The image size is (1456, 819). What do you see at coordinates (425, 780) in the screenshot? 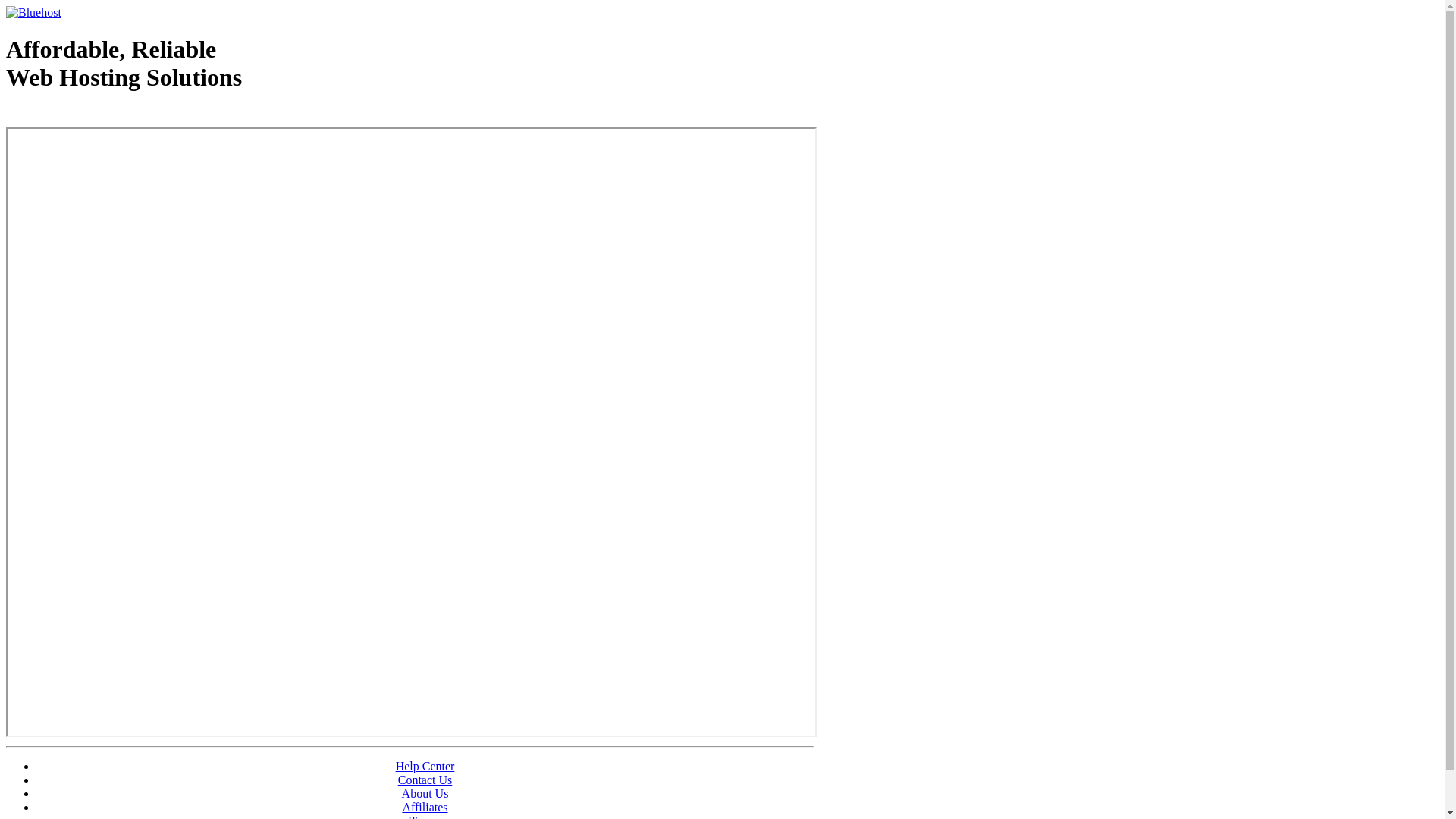
I see `'Contact Us'` at bounding box center [425, 780].